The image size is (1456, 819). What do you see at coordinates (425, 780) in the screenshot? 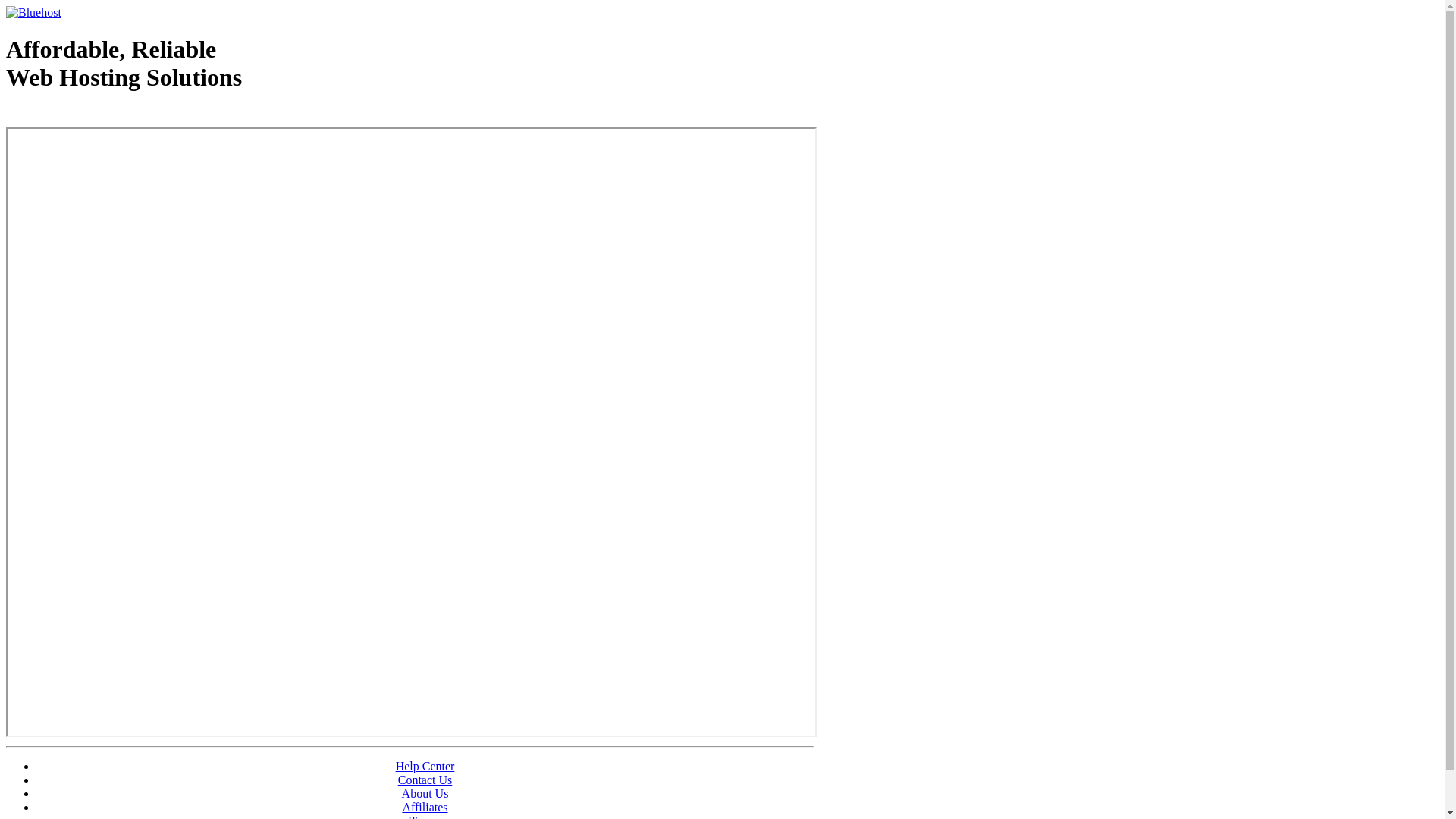
I see `'Contact Us'` at bounding box center [425, 780].